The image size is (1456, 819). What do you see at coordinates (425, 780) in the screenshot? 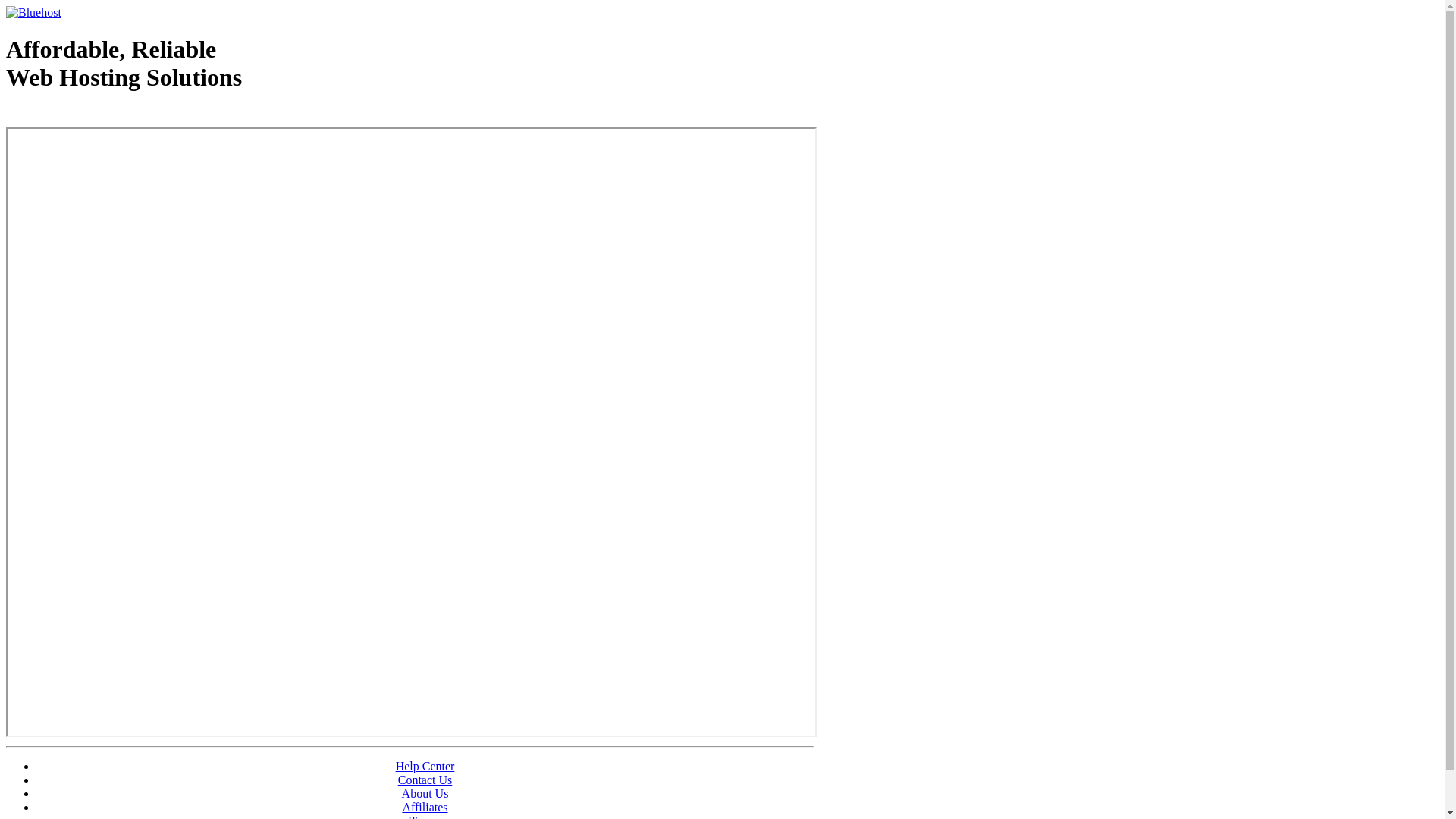
I see `'Contact Us'` at bounding box center [425, 780].